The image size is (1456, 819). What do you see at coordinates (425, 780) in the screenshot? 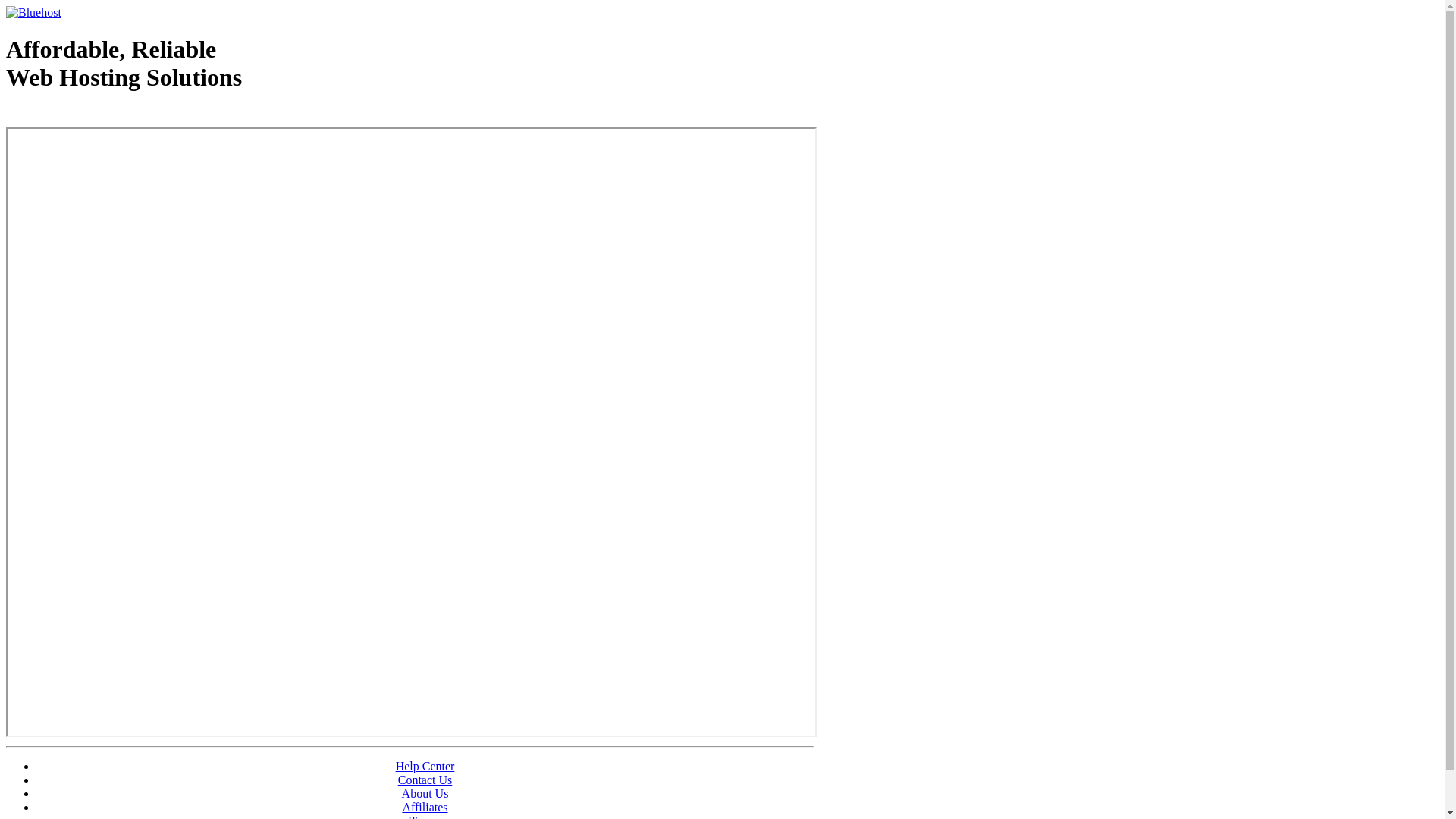
I see `'Contact Us'` at bounding box center [425, 780].